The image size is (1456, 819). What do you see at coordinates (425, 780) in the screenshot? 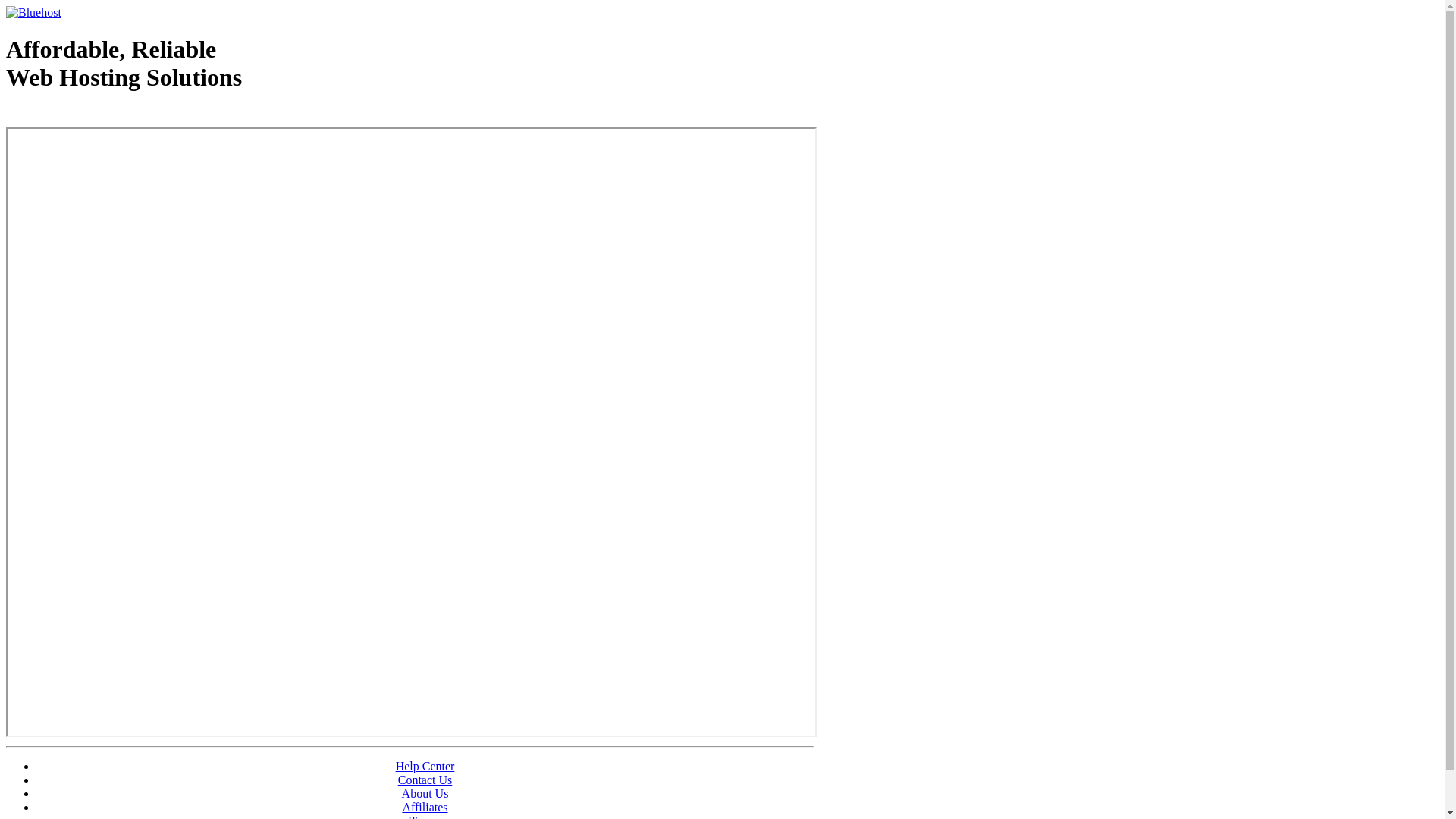
I see `'Contact Us'` at bounding box center [425, 780].